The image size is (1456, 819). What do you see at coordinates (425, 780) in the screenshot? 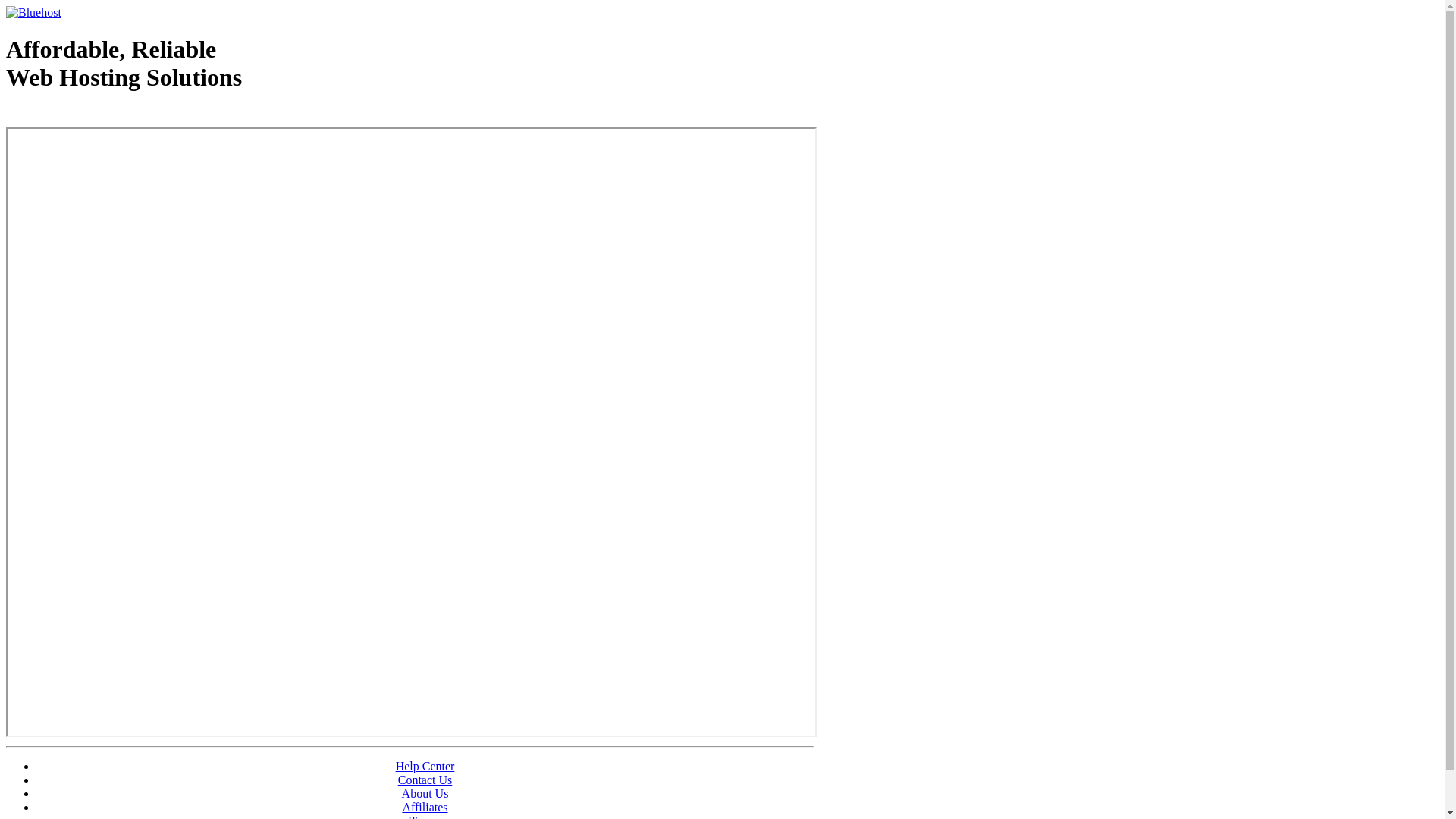
I see `'Contact Us'` at bounding box center [425, 780].